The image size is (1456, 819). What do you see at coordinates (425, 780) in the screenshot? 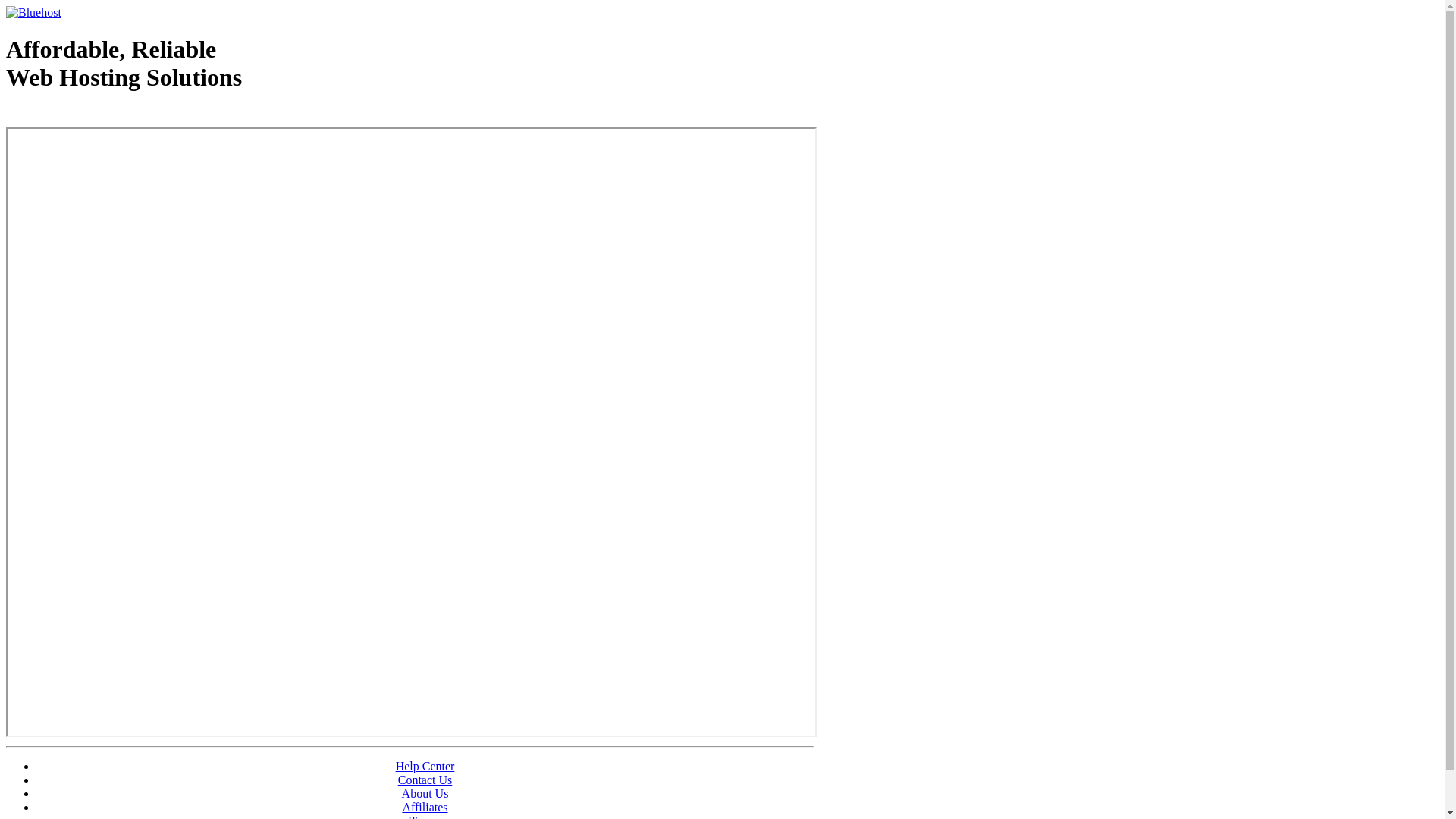
I see `'Contact Us'` at bounding box center [425, 780].